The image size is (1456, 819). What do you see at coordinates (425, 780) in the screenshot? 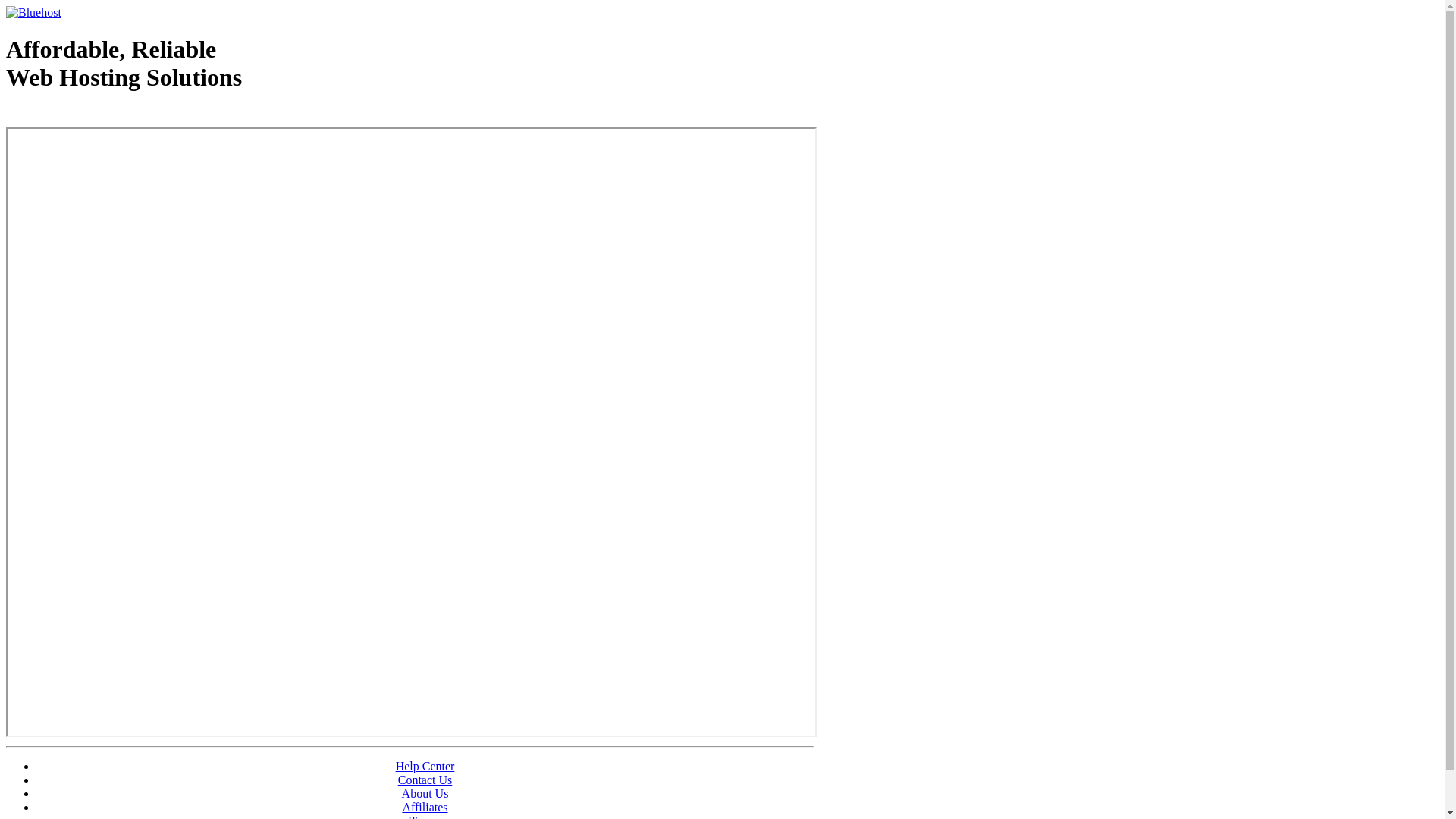
I see `'Contact Us'` at bounding box center [425, 780].